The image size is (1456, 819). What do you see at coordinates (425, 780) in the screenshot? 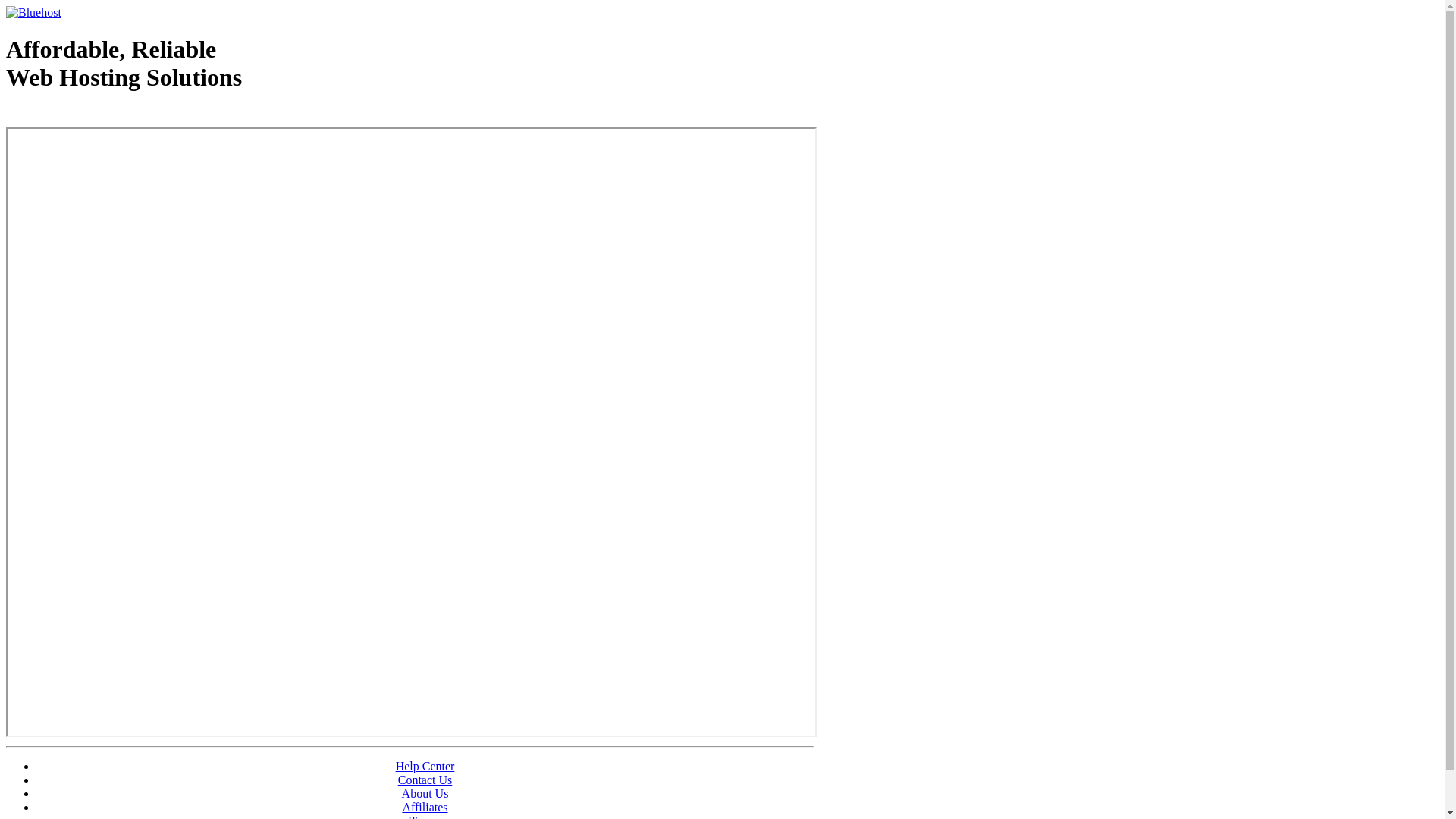
I see `'Contact Us'` at bounding box center [425, 780].